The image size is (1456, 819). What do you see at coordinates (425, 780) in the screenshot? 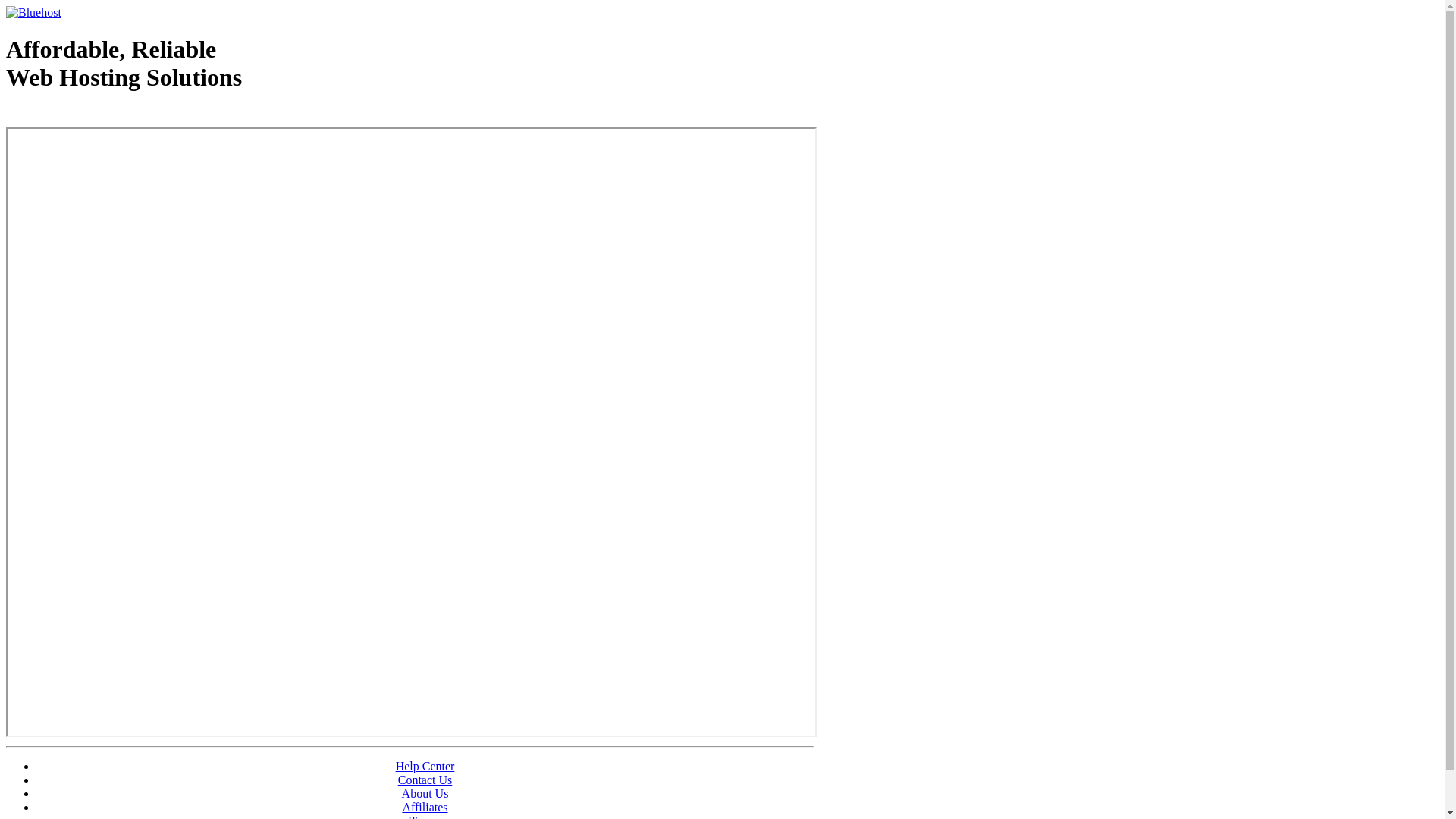
I see `'Contact Us'` at bounding box center [425, 780].